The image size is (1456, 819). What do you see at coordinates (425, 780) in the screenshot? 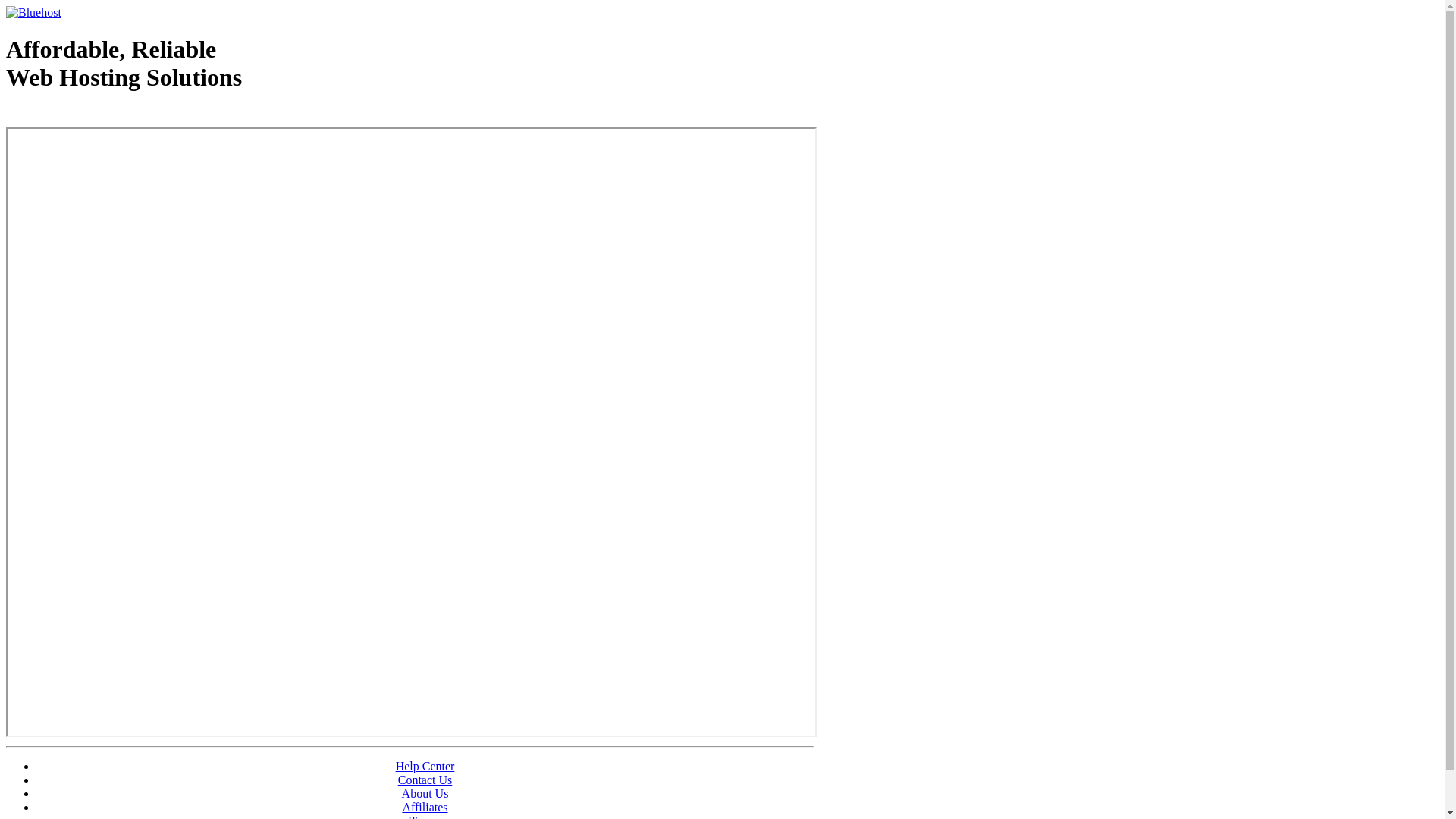
I see `'Contact Us'` at bounding box center [425, 780].